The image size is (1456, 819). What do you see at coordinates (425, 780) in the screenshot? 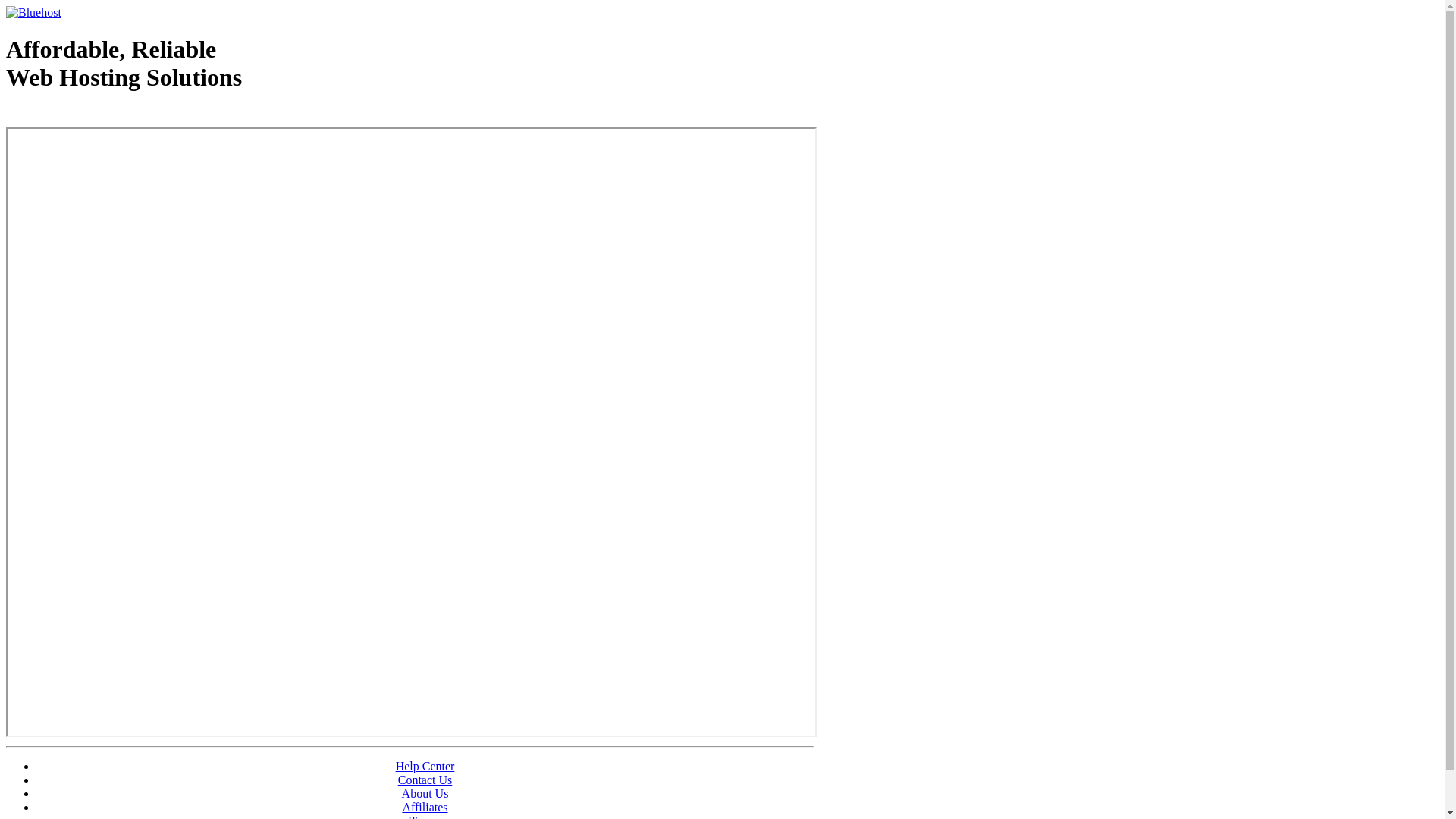
I see `'Contact Us'` at bounding box center [425, 780].